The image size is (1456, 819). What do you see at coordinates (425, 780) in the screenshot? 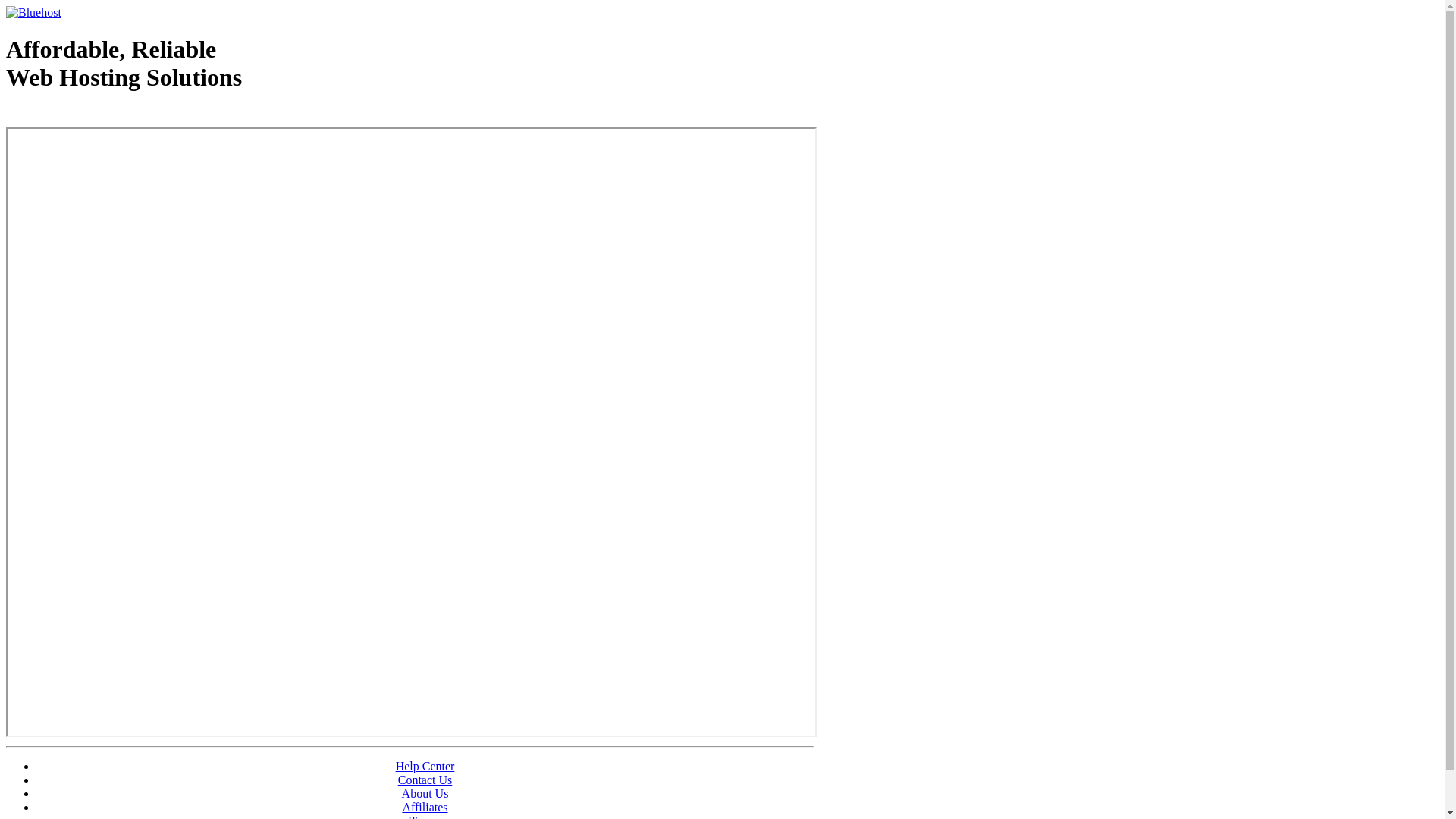
I see `'Contact Us'` at bounding box center [425, 780].